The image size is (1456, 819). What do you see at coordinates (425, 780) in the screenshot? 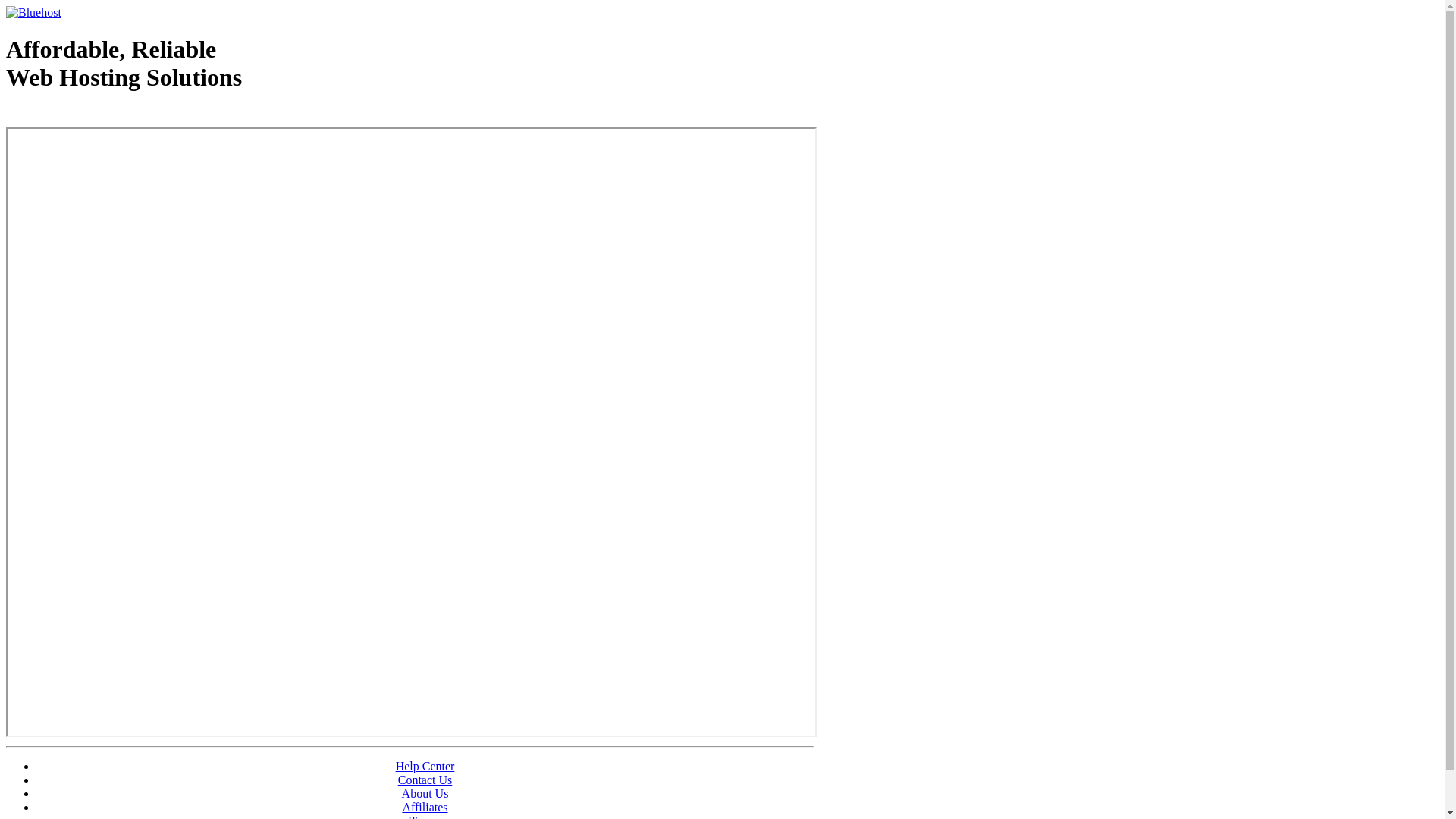
I see `'Contact Us'` at bounding box center [425, 780].